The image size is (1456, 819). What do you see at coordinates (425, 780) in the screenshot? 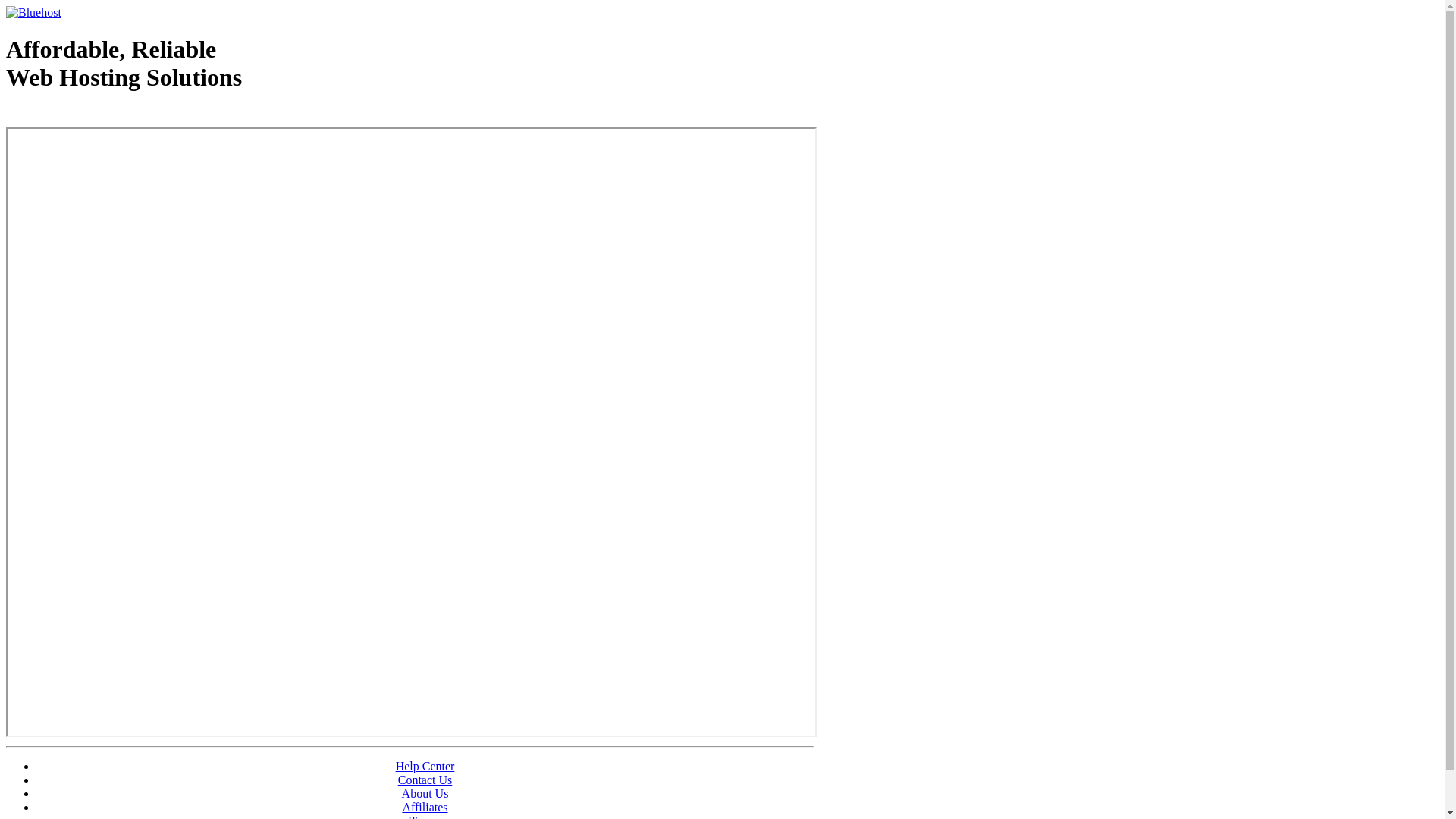
I see `'Contact Us'` at bounding box center [425, 780].